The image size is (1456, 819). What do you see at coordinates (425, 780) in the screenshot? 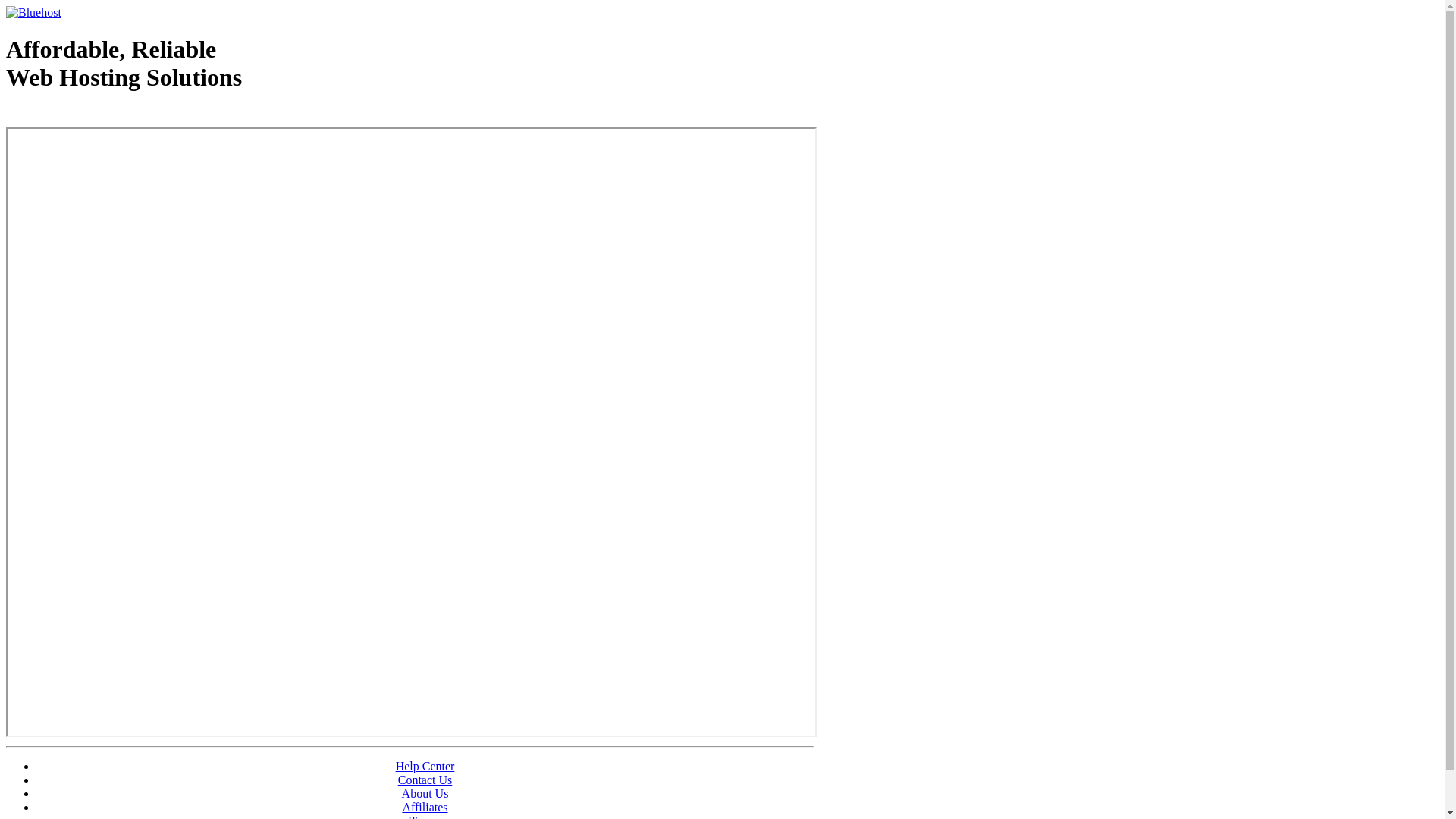
I see `'Contact Us'` at bounding box center [425, 780].